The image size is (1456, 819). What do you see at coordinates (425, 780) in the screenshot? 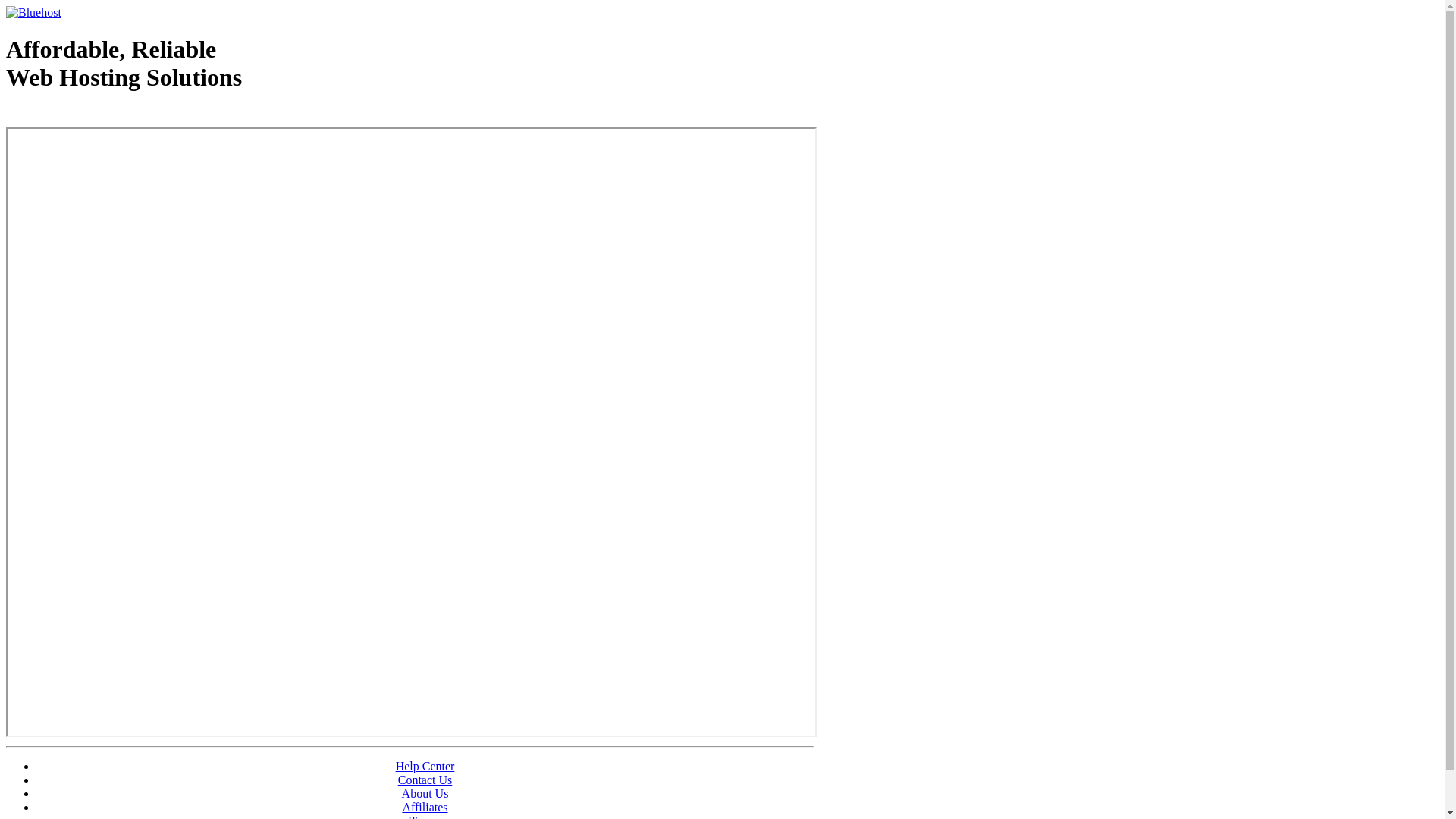
I see `'Contact Us'` at bounding box center [425, 780].